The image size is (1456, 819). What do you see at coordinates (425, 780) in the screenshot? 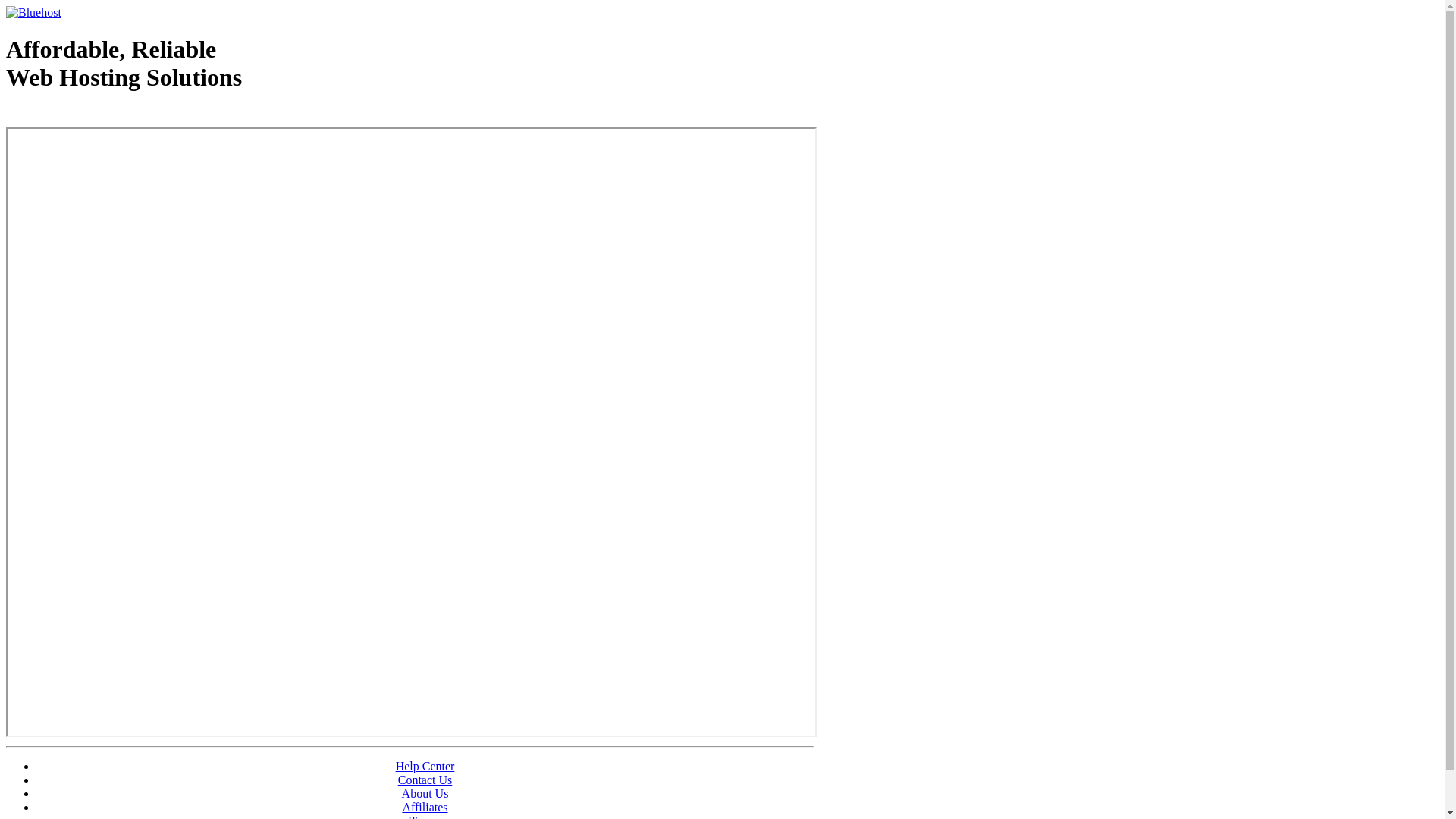
I see `'Contact Us'` at bounding box center [425, 780].